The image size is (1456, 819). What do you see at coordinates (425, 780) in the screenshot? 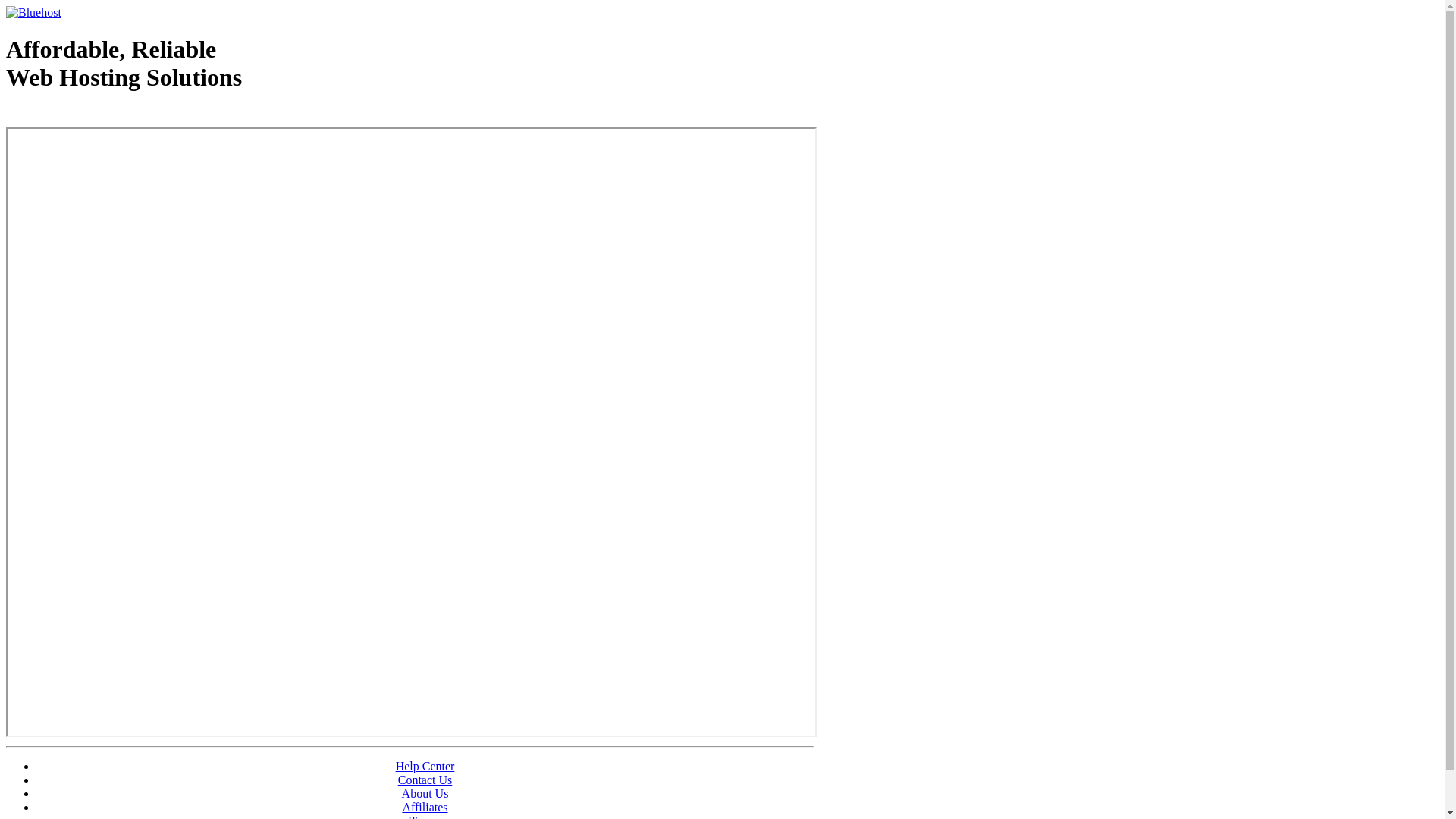
I see `'Contact Us'` at bounding box center [425, 780].